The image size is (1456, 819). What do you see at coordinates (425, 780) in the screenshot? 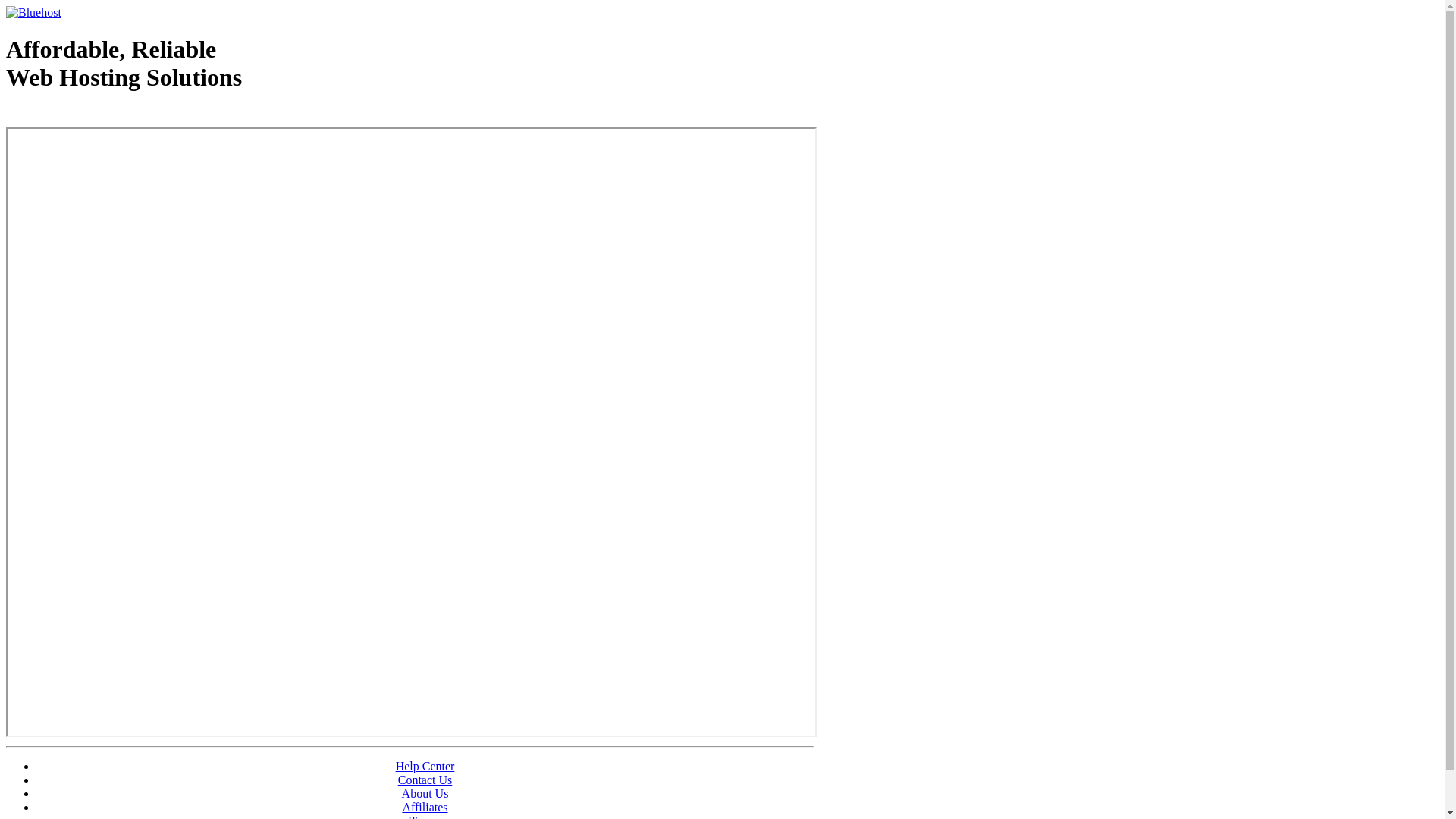
I see `'Contact Us'` at bounding box center [425, 780].